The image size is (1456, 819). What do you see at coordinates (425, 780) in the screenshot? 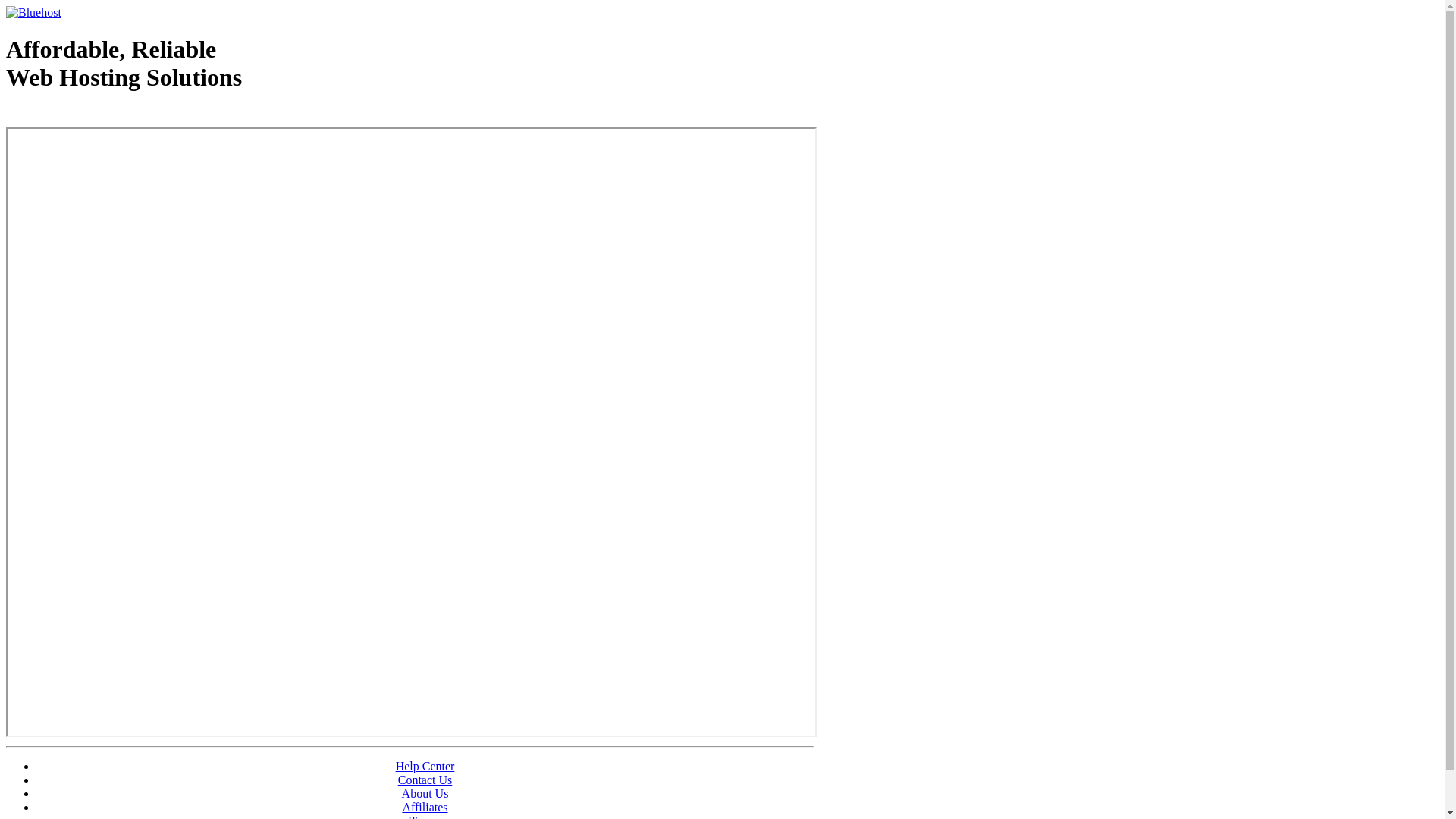
I see `'Contact Us'` at bounding box center [425, 780].